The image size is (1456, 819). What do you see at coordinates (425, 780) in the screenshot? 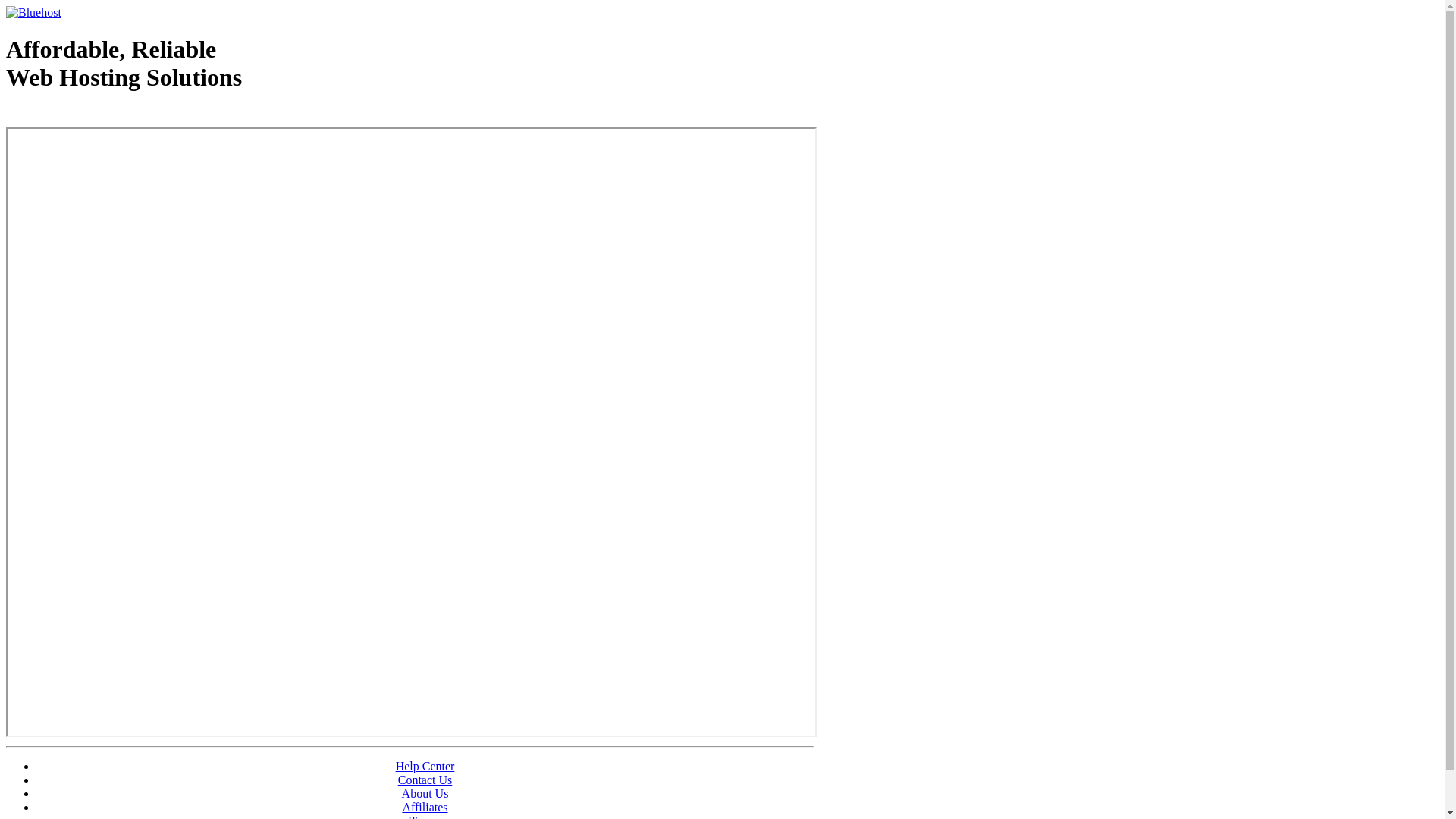
I see `'Contact Us'` at bounding box center [425, 780].